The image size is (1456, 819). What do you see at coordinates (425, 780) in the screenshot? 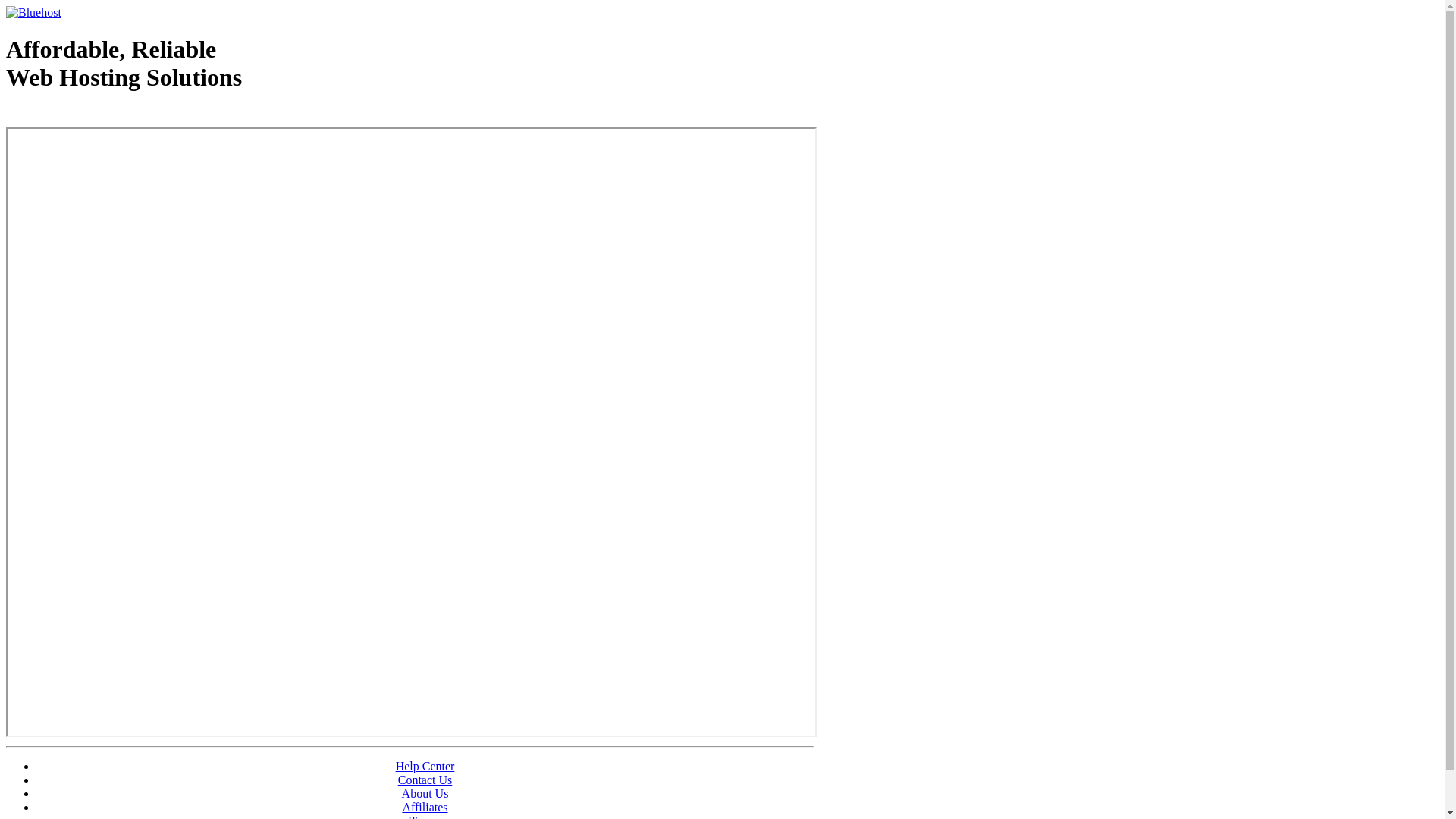
I see `'Contact Us'` at bounding box center [425, 780].